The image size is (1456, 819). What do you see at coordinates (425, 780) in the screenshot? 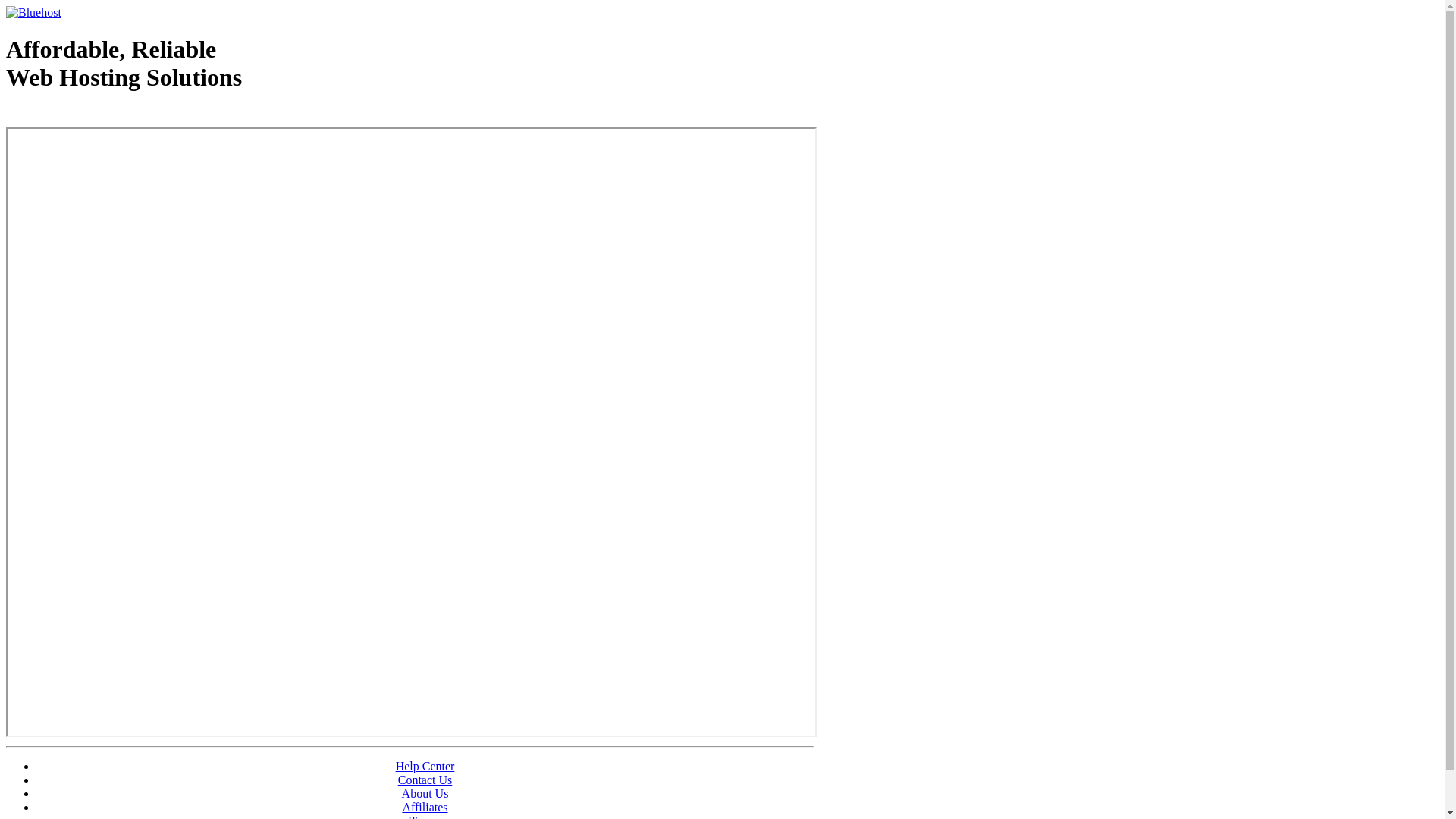
I see `'Contact Us'` at bounding box center [425, 780].